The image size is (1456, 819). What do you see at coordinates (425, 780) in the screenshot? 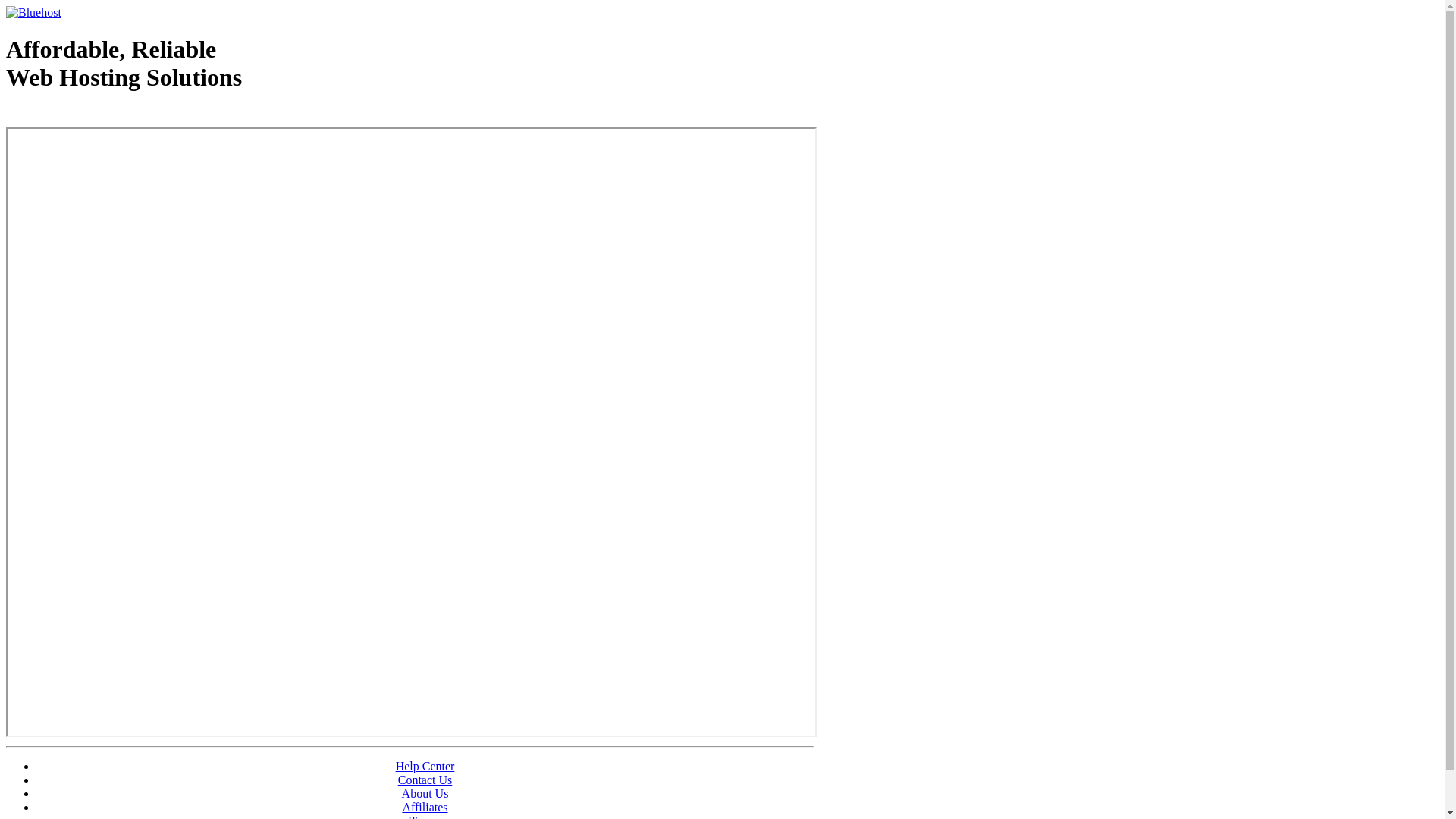
I see `'Contact Us'` at bounding box center [425, 780].